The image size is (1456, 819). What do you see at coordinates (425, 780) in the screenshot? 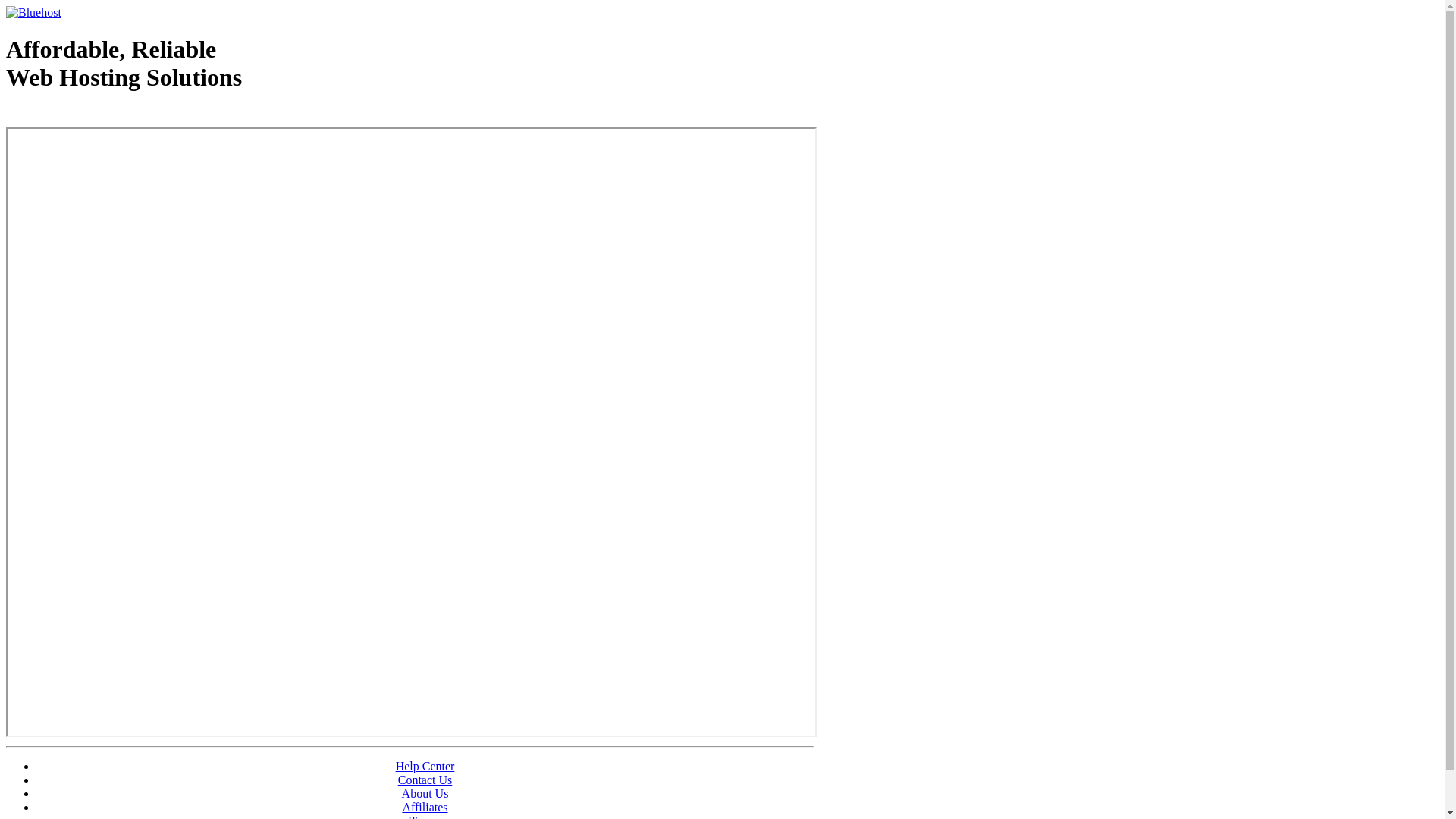
I see `'Contact Us'` at bounding box center [425, 780].